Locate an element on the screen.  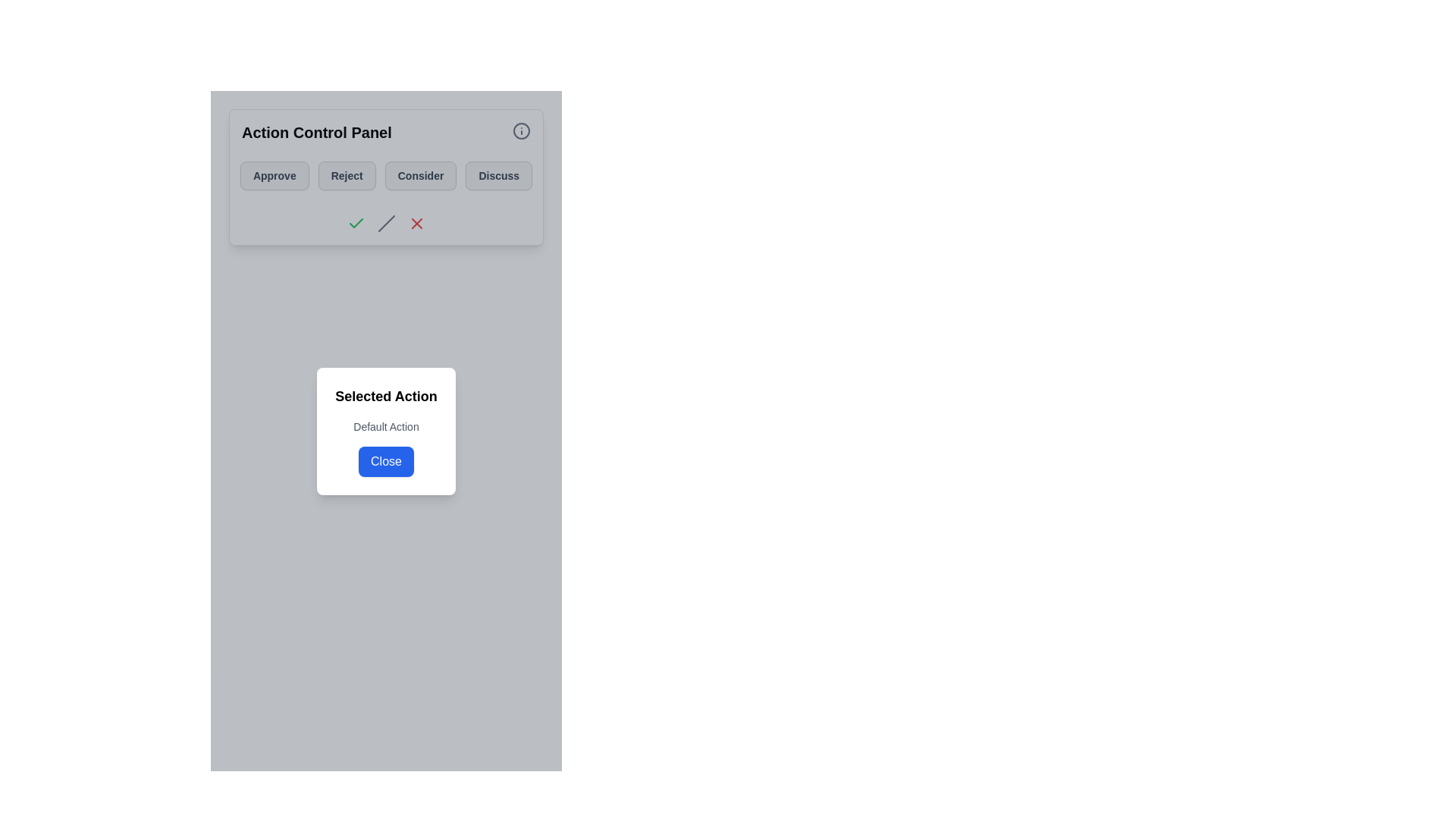
the 'Reject' button, which is a rounded rectangular button with a light gray background and bold text, positioned in the upper section of the interface is located at coordinates (346, 174).